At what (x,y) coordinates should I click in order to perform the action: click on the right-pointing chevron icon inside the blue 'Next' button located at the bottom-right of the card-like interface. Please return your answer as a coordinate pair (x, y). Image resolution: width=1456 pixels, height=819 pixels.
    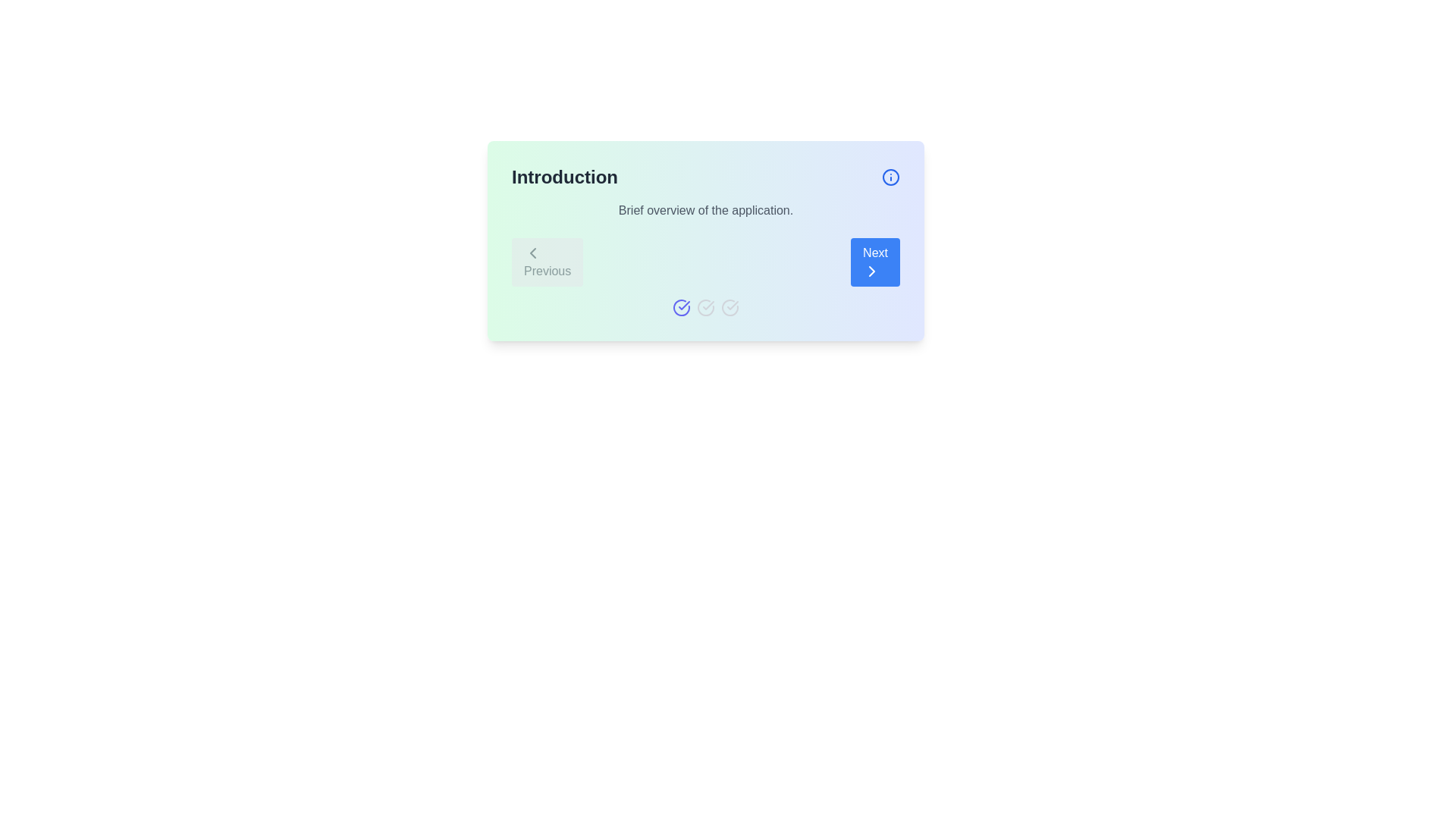
    Looking at the image, I should click on (872, 271).